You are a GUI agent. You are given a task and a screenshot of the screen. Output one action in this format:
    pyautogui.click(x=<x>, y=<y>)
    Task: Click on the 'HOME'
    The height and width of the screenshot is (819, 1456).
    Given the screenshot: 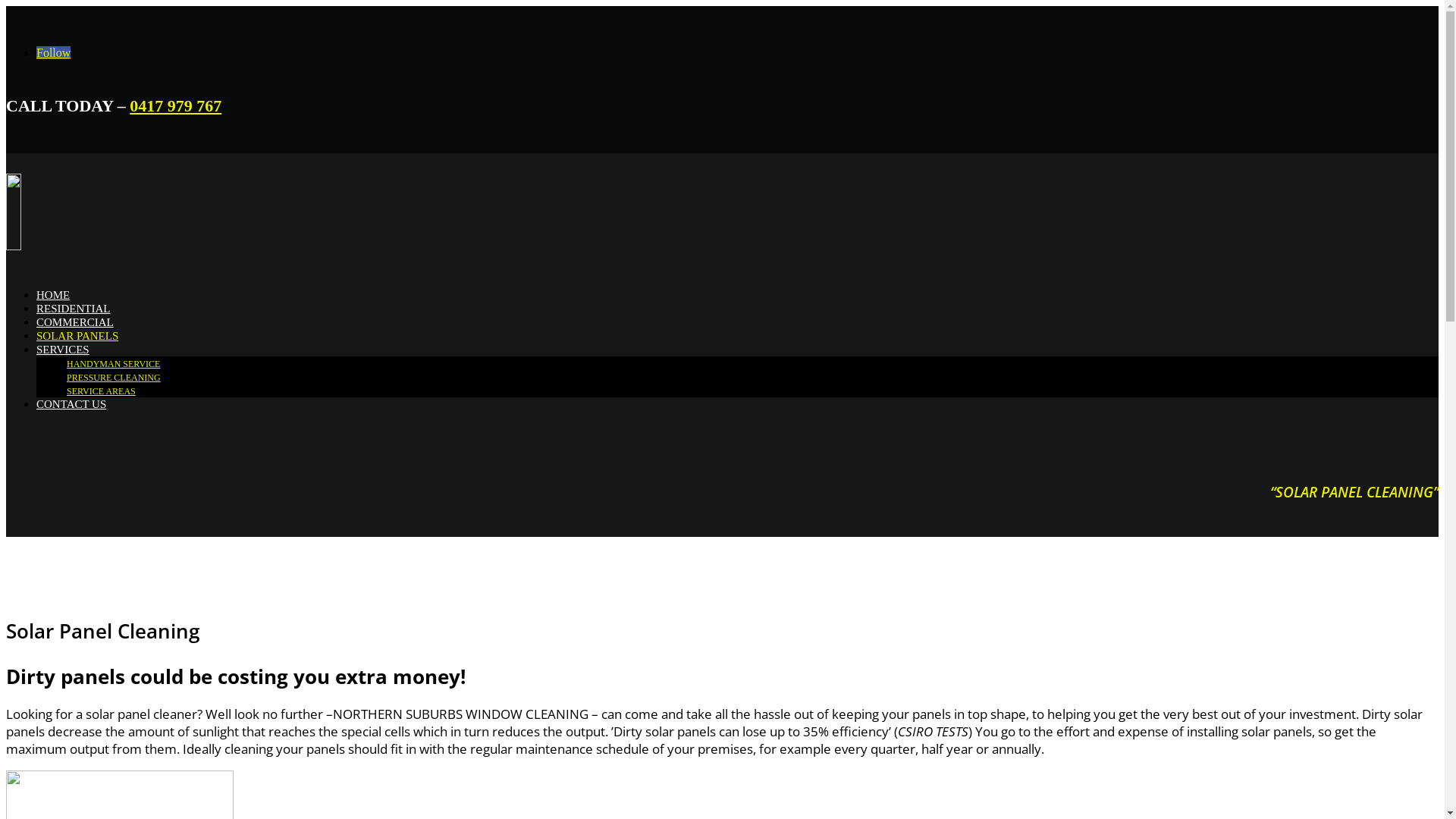 What is the action you would take?
    pyautogui.click(x=53, y=295)
    